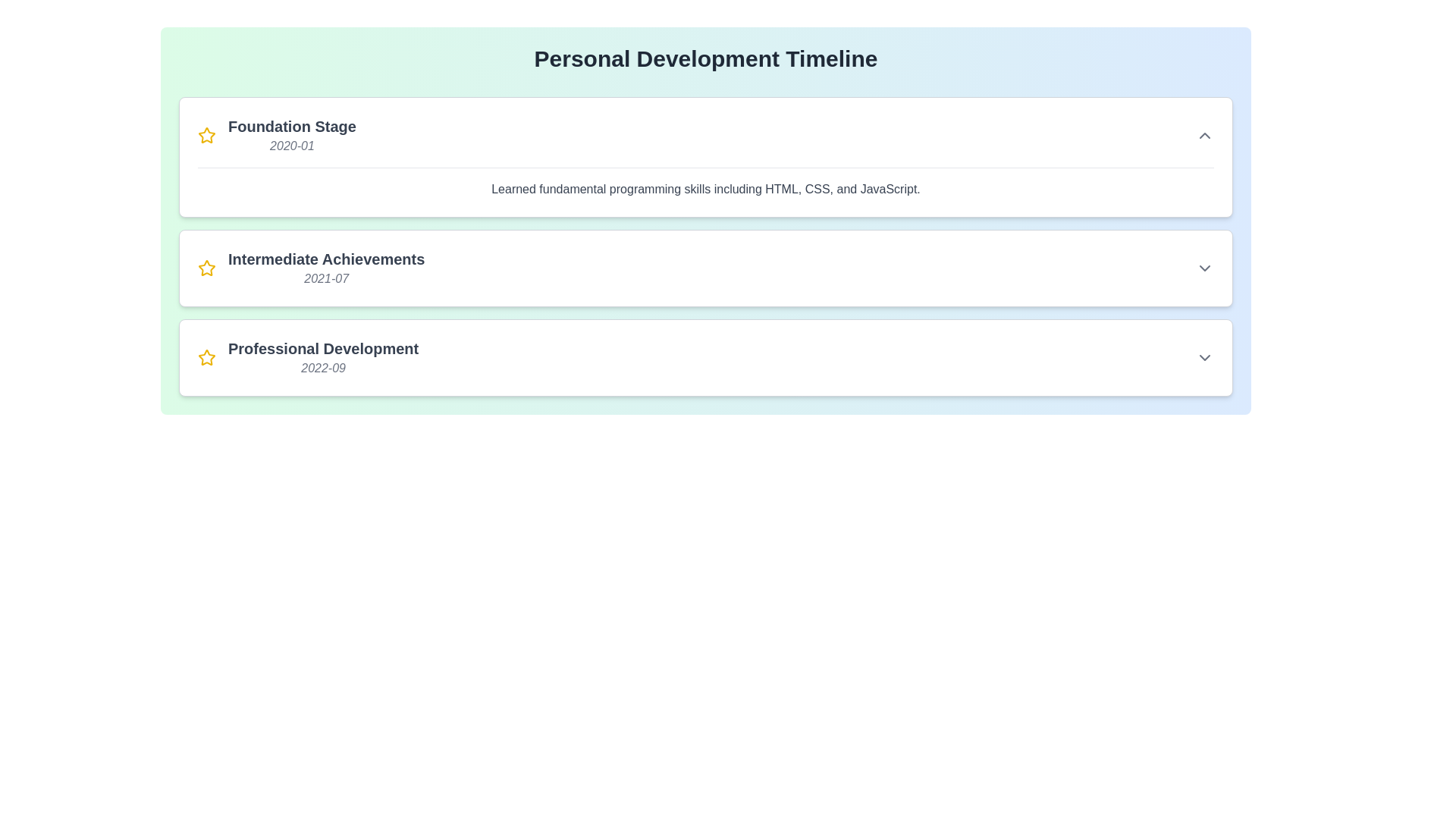 This screenshot has width=1456, height=819. Describe the element at coordinates (1203, 134) in the screenshot. I see `the upward-pointing chevron icon toggle button in gray located at the top-right corner of the 'Foundation Stage 2020-01' section header` at that location.